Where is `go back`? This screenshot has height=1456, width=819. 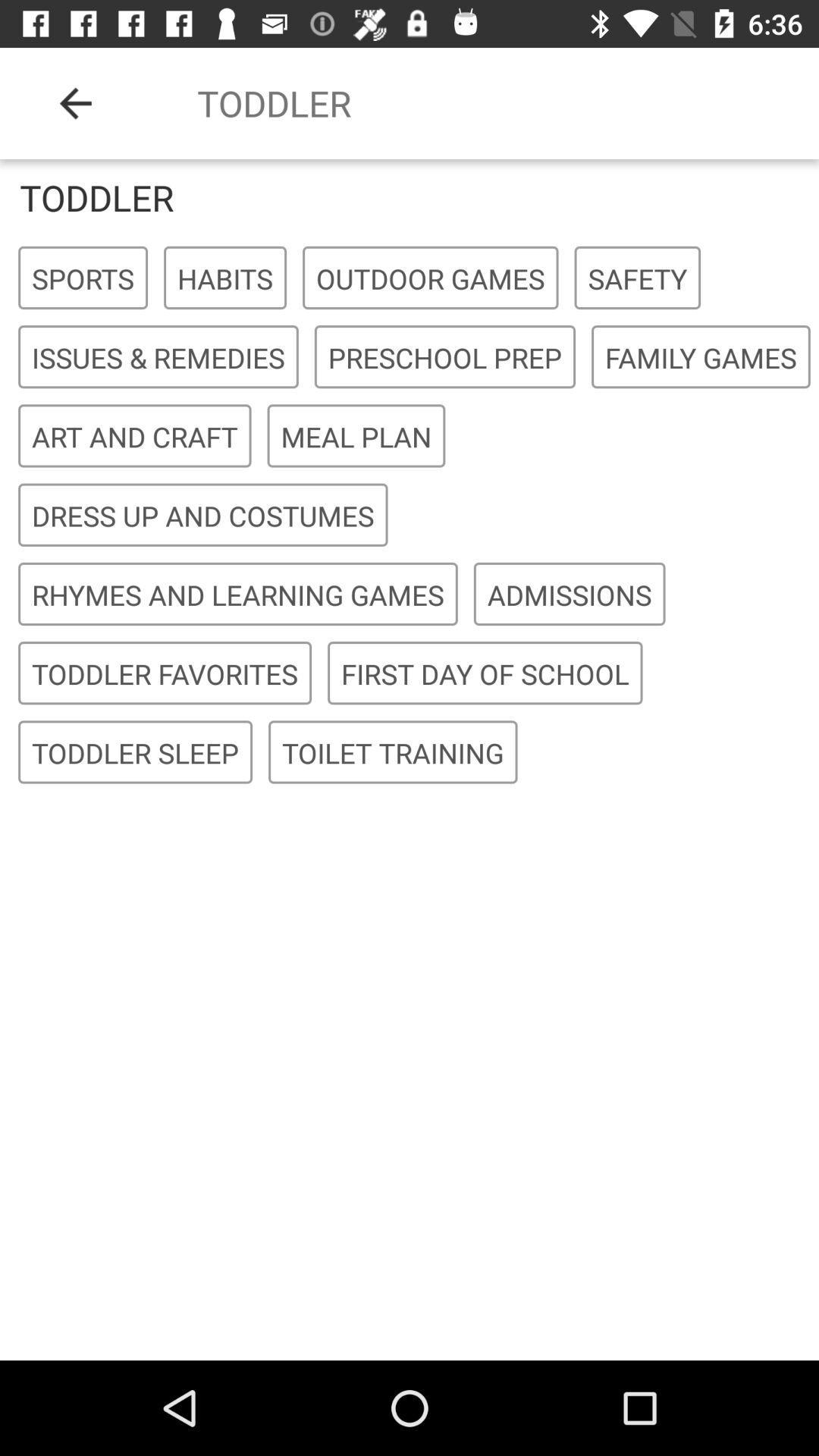
go back is located at coordinates (75, 102).